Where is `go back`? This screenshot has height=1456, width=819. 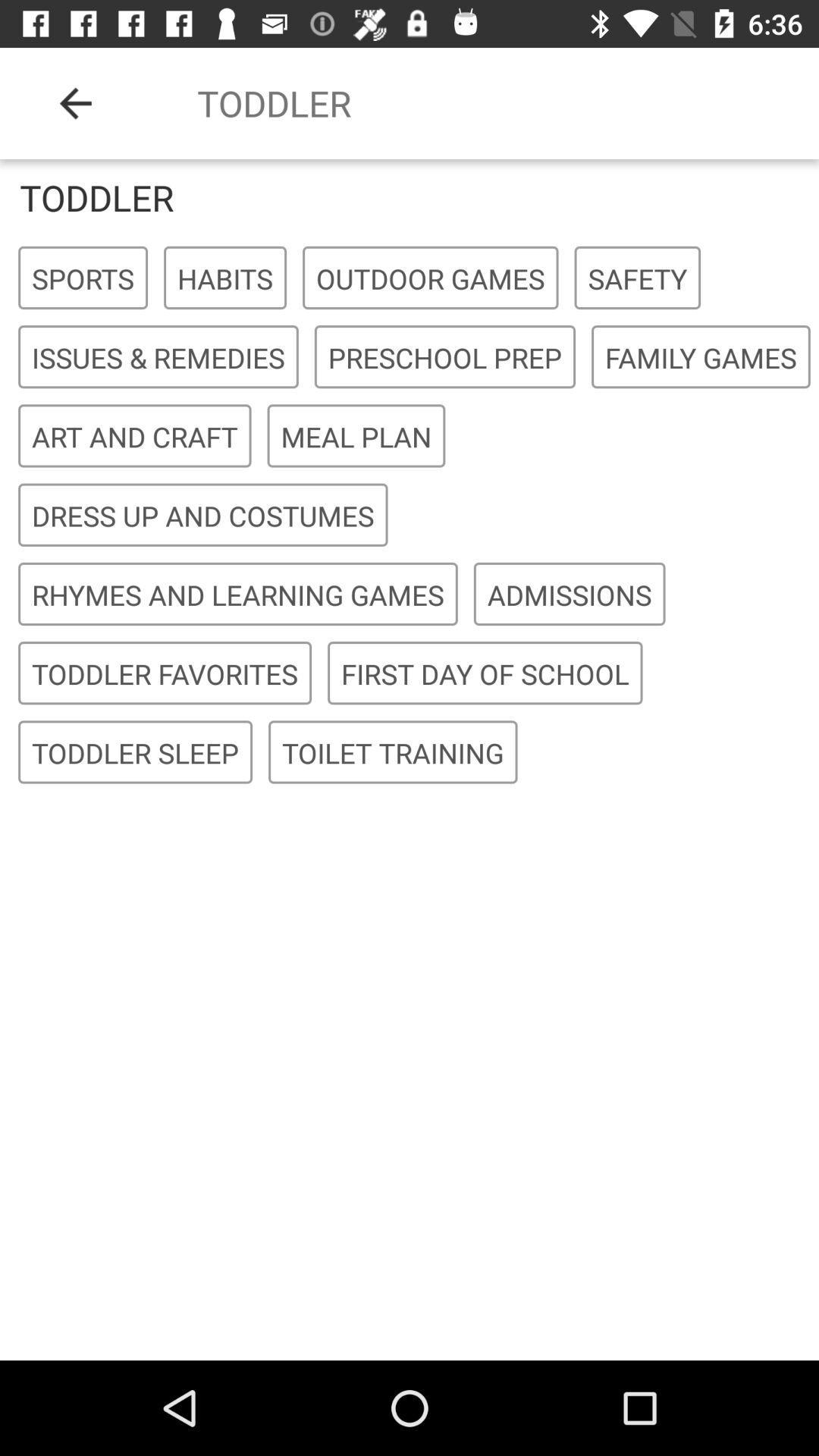
go back is located at coordinates (75, 102).